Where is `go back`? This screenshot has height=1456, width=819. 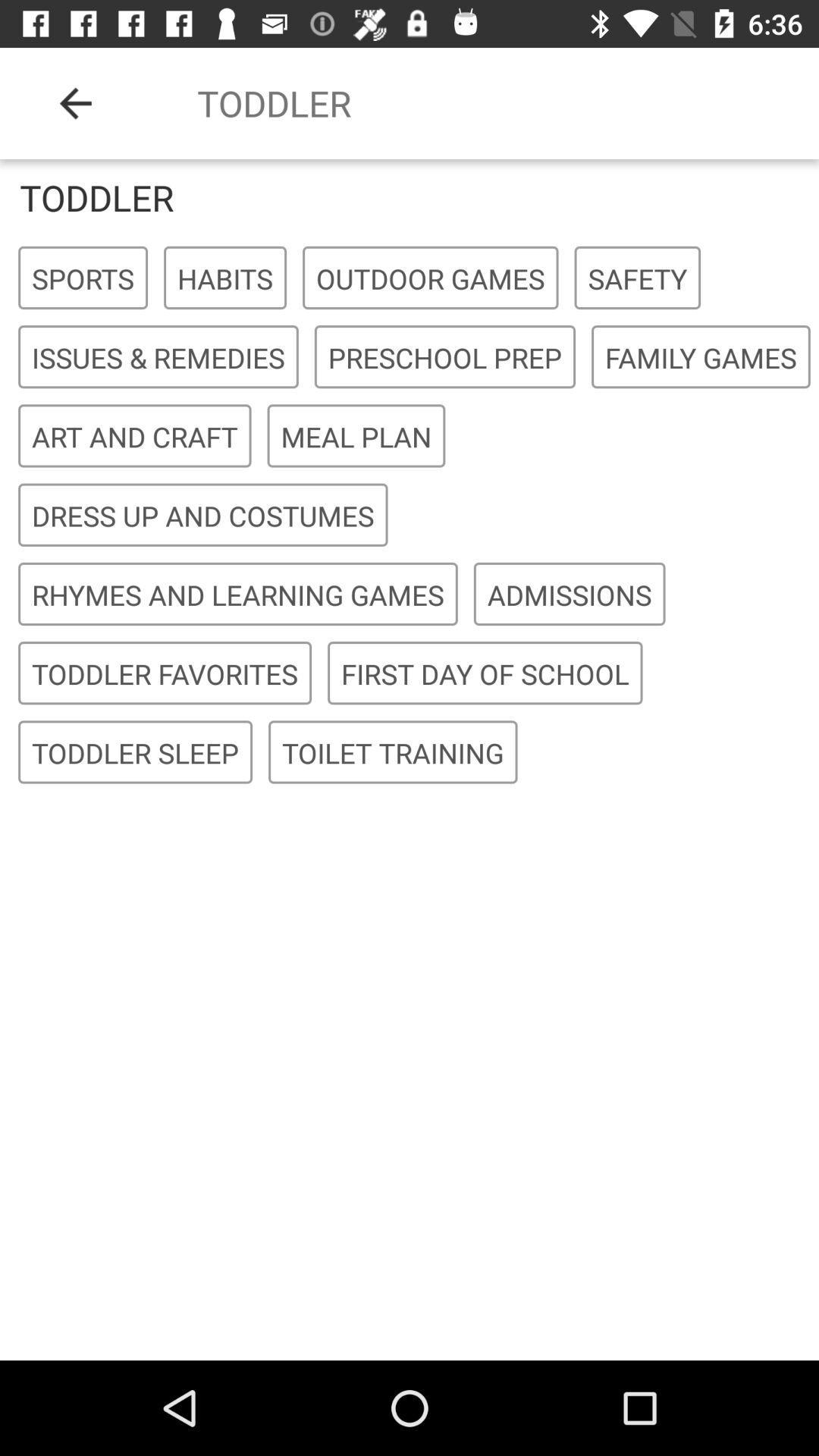
go back is located at coordinates (75, 102).